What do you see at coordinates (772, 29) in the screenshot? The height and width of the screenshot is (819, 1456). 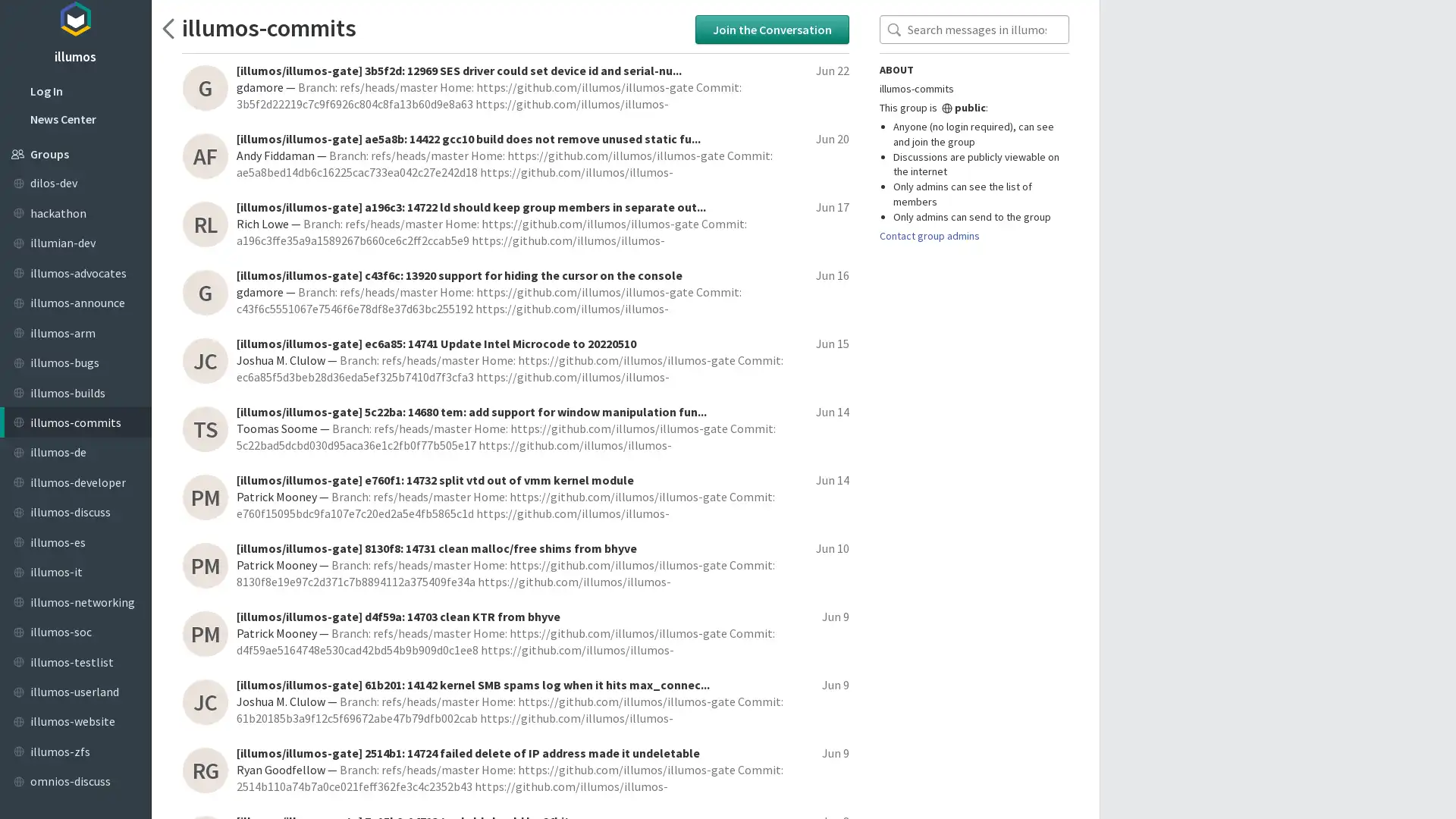 I see `Join the Conversation` at bounding box center [772, 29].